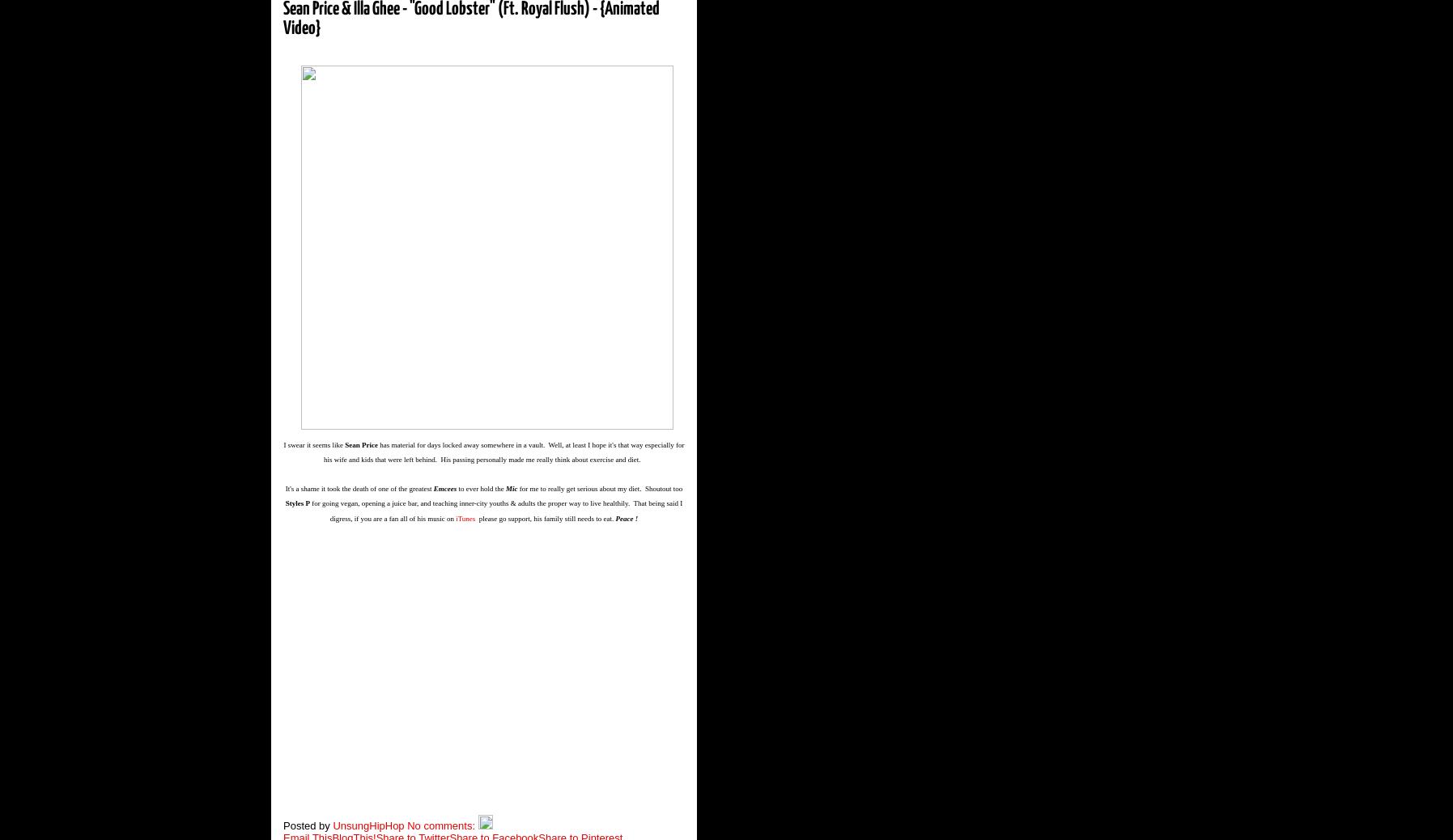  Describe the element at coordinates (545, 517) in the screenshot. I see `'please go support, his family still needs to eat.'` at that location.